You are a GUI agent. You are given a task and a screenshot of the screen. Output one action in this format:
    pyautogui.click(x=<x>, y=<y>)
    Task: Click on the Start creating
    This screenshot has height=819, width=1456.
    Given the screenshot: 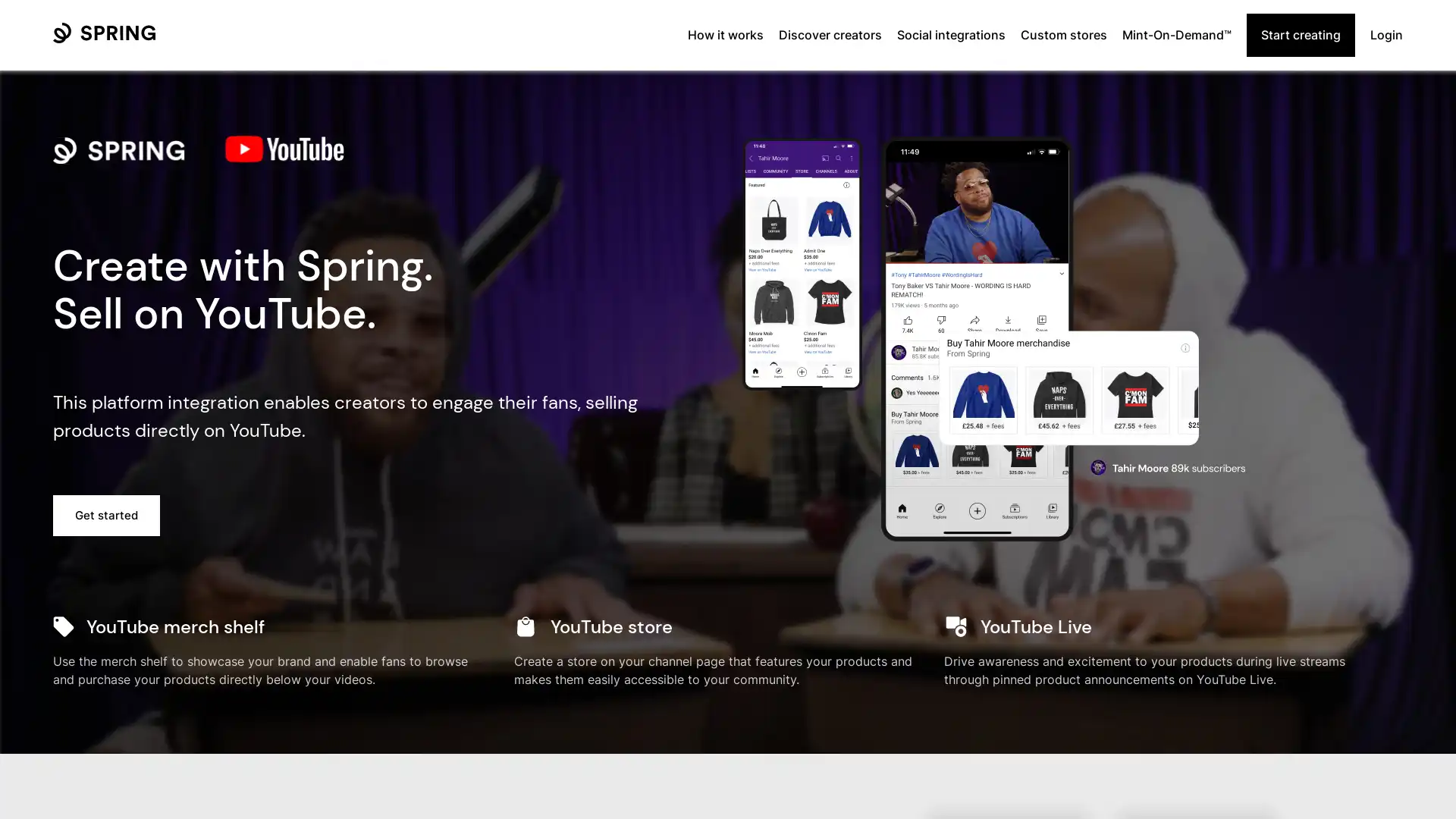 What is the action you would take?
    pyautogui.click(x=1300, y=34)
    